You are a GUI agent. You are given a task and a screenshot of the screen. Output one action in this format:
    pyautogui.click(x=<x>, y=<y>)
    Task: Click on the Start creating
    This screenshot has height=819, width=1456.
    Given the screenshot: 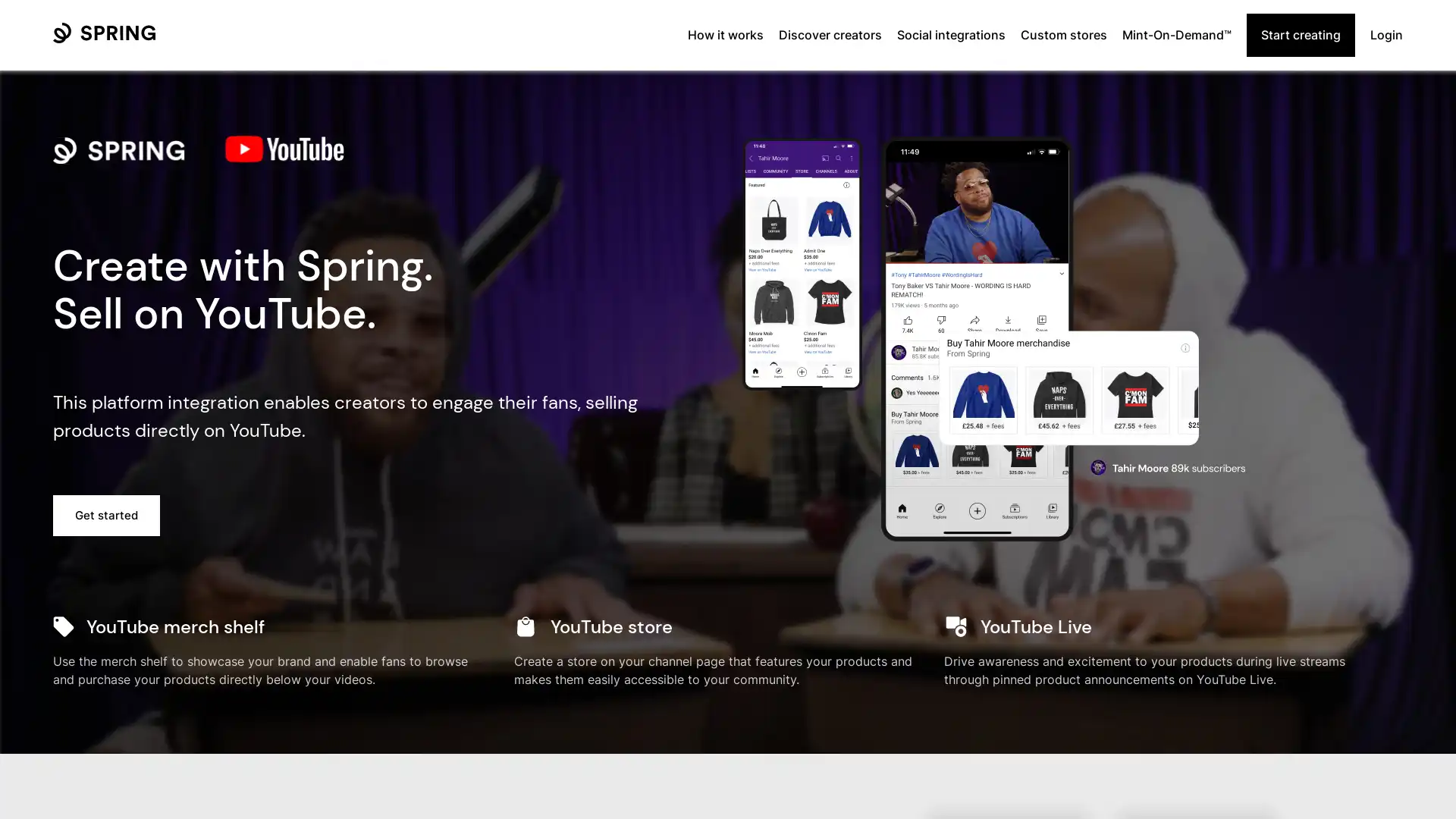 What is the action you would take?
    pyautogui.click(x=1300, y=34)
    